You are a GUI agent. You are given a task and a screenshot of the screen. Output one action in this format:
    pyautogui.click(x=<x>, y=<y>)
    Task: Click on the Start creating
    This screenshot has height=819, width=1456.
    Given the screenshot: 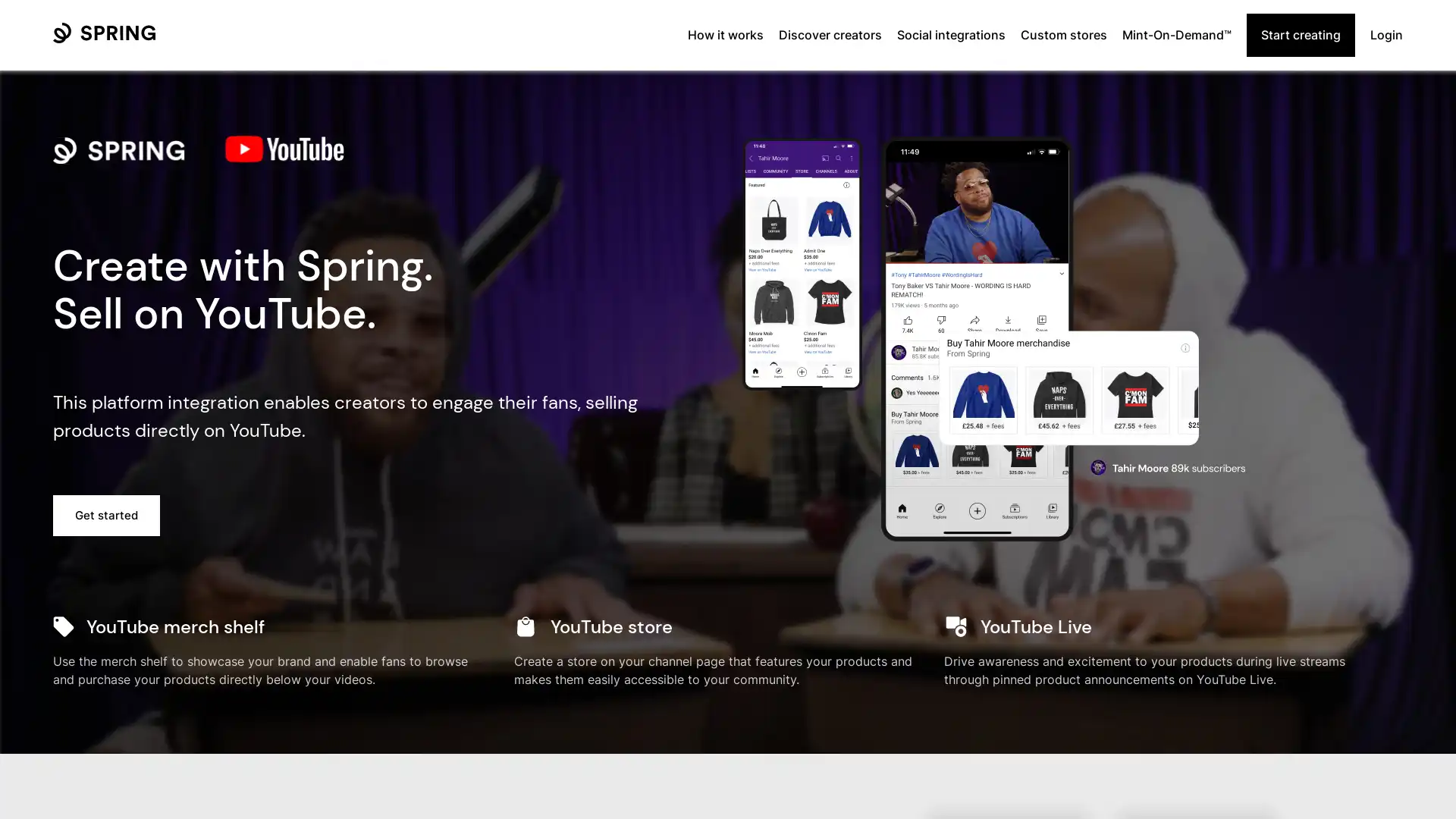 What is the action you would take?
    pyautogui.click(x=1300, y=34)
    